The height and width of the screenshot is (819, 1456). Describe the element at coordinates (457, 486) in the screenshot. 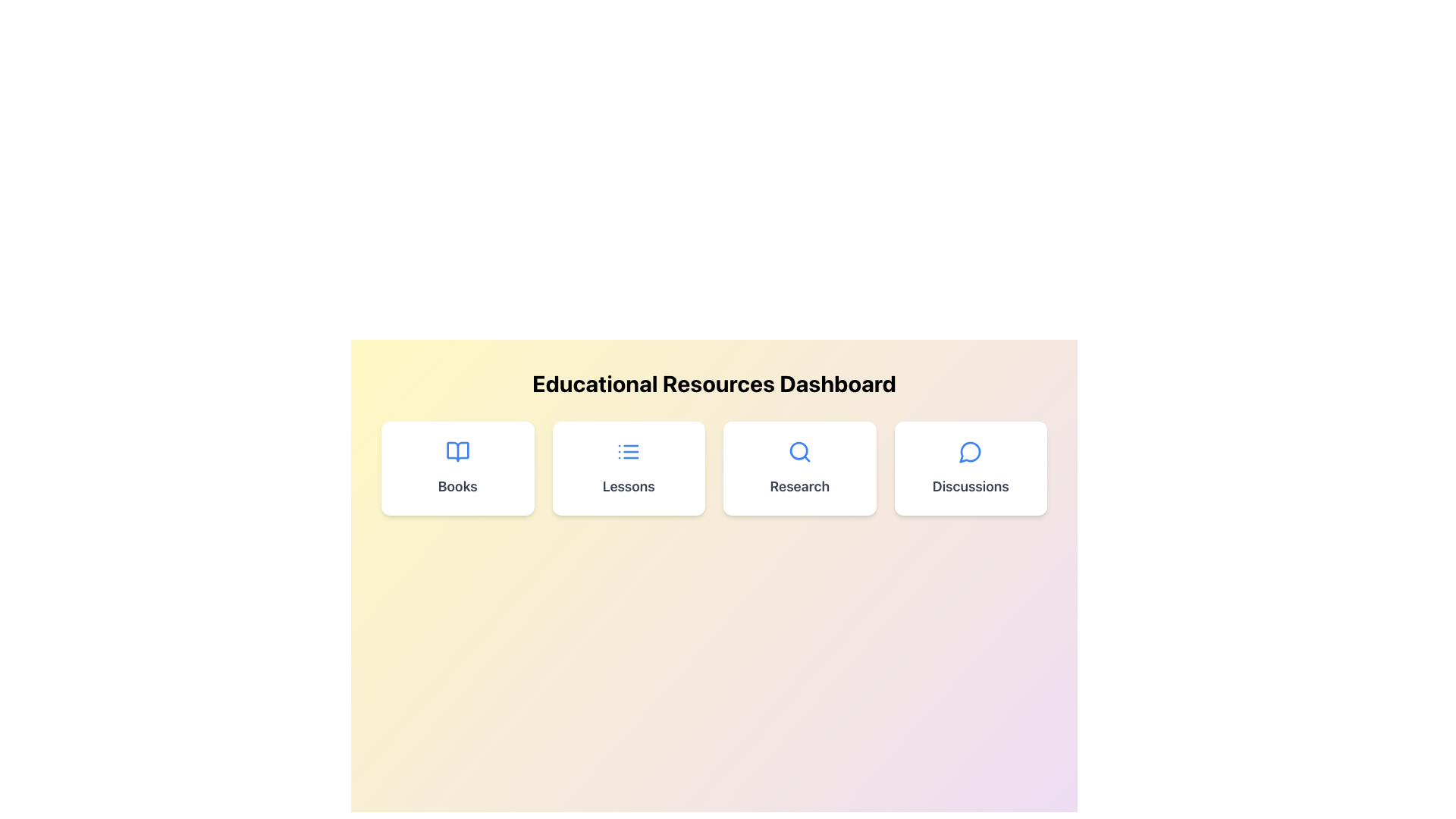

I see `the text element that serves as a label indicating the purpose of the card related to books, located at the bottom of the first card on the far left, beneath an icon of an open book` at that location.